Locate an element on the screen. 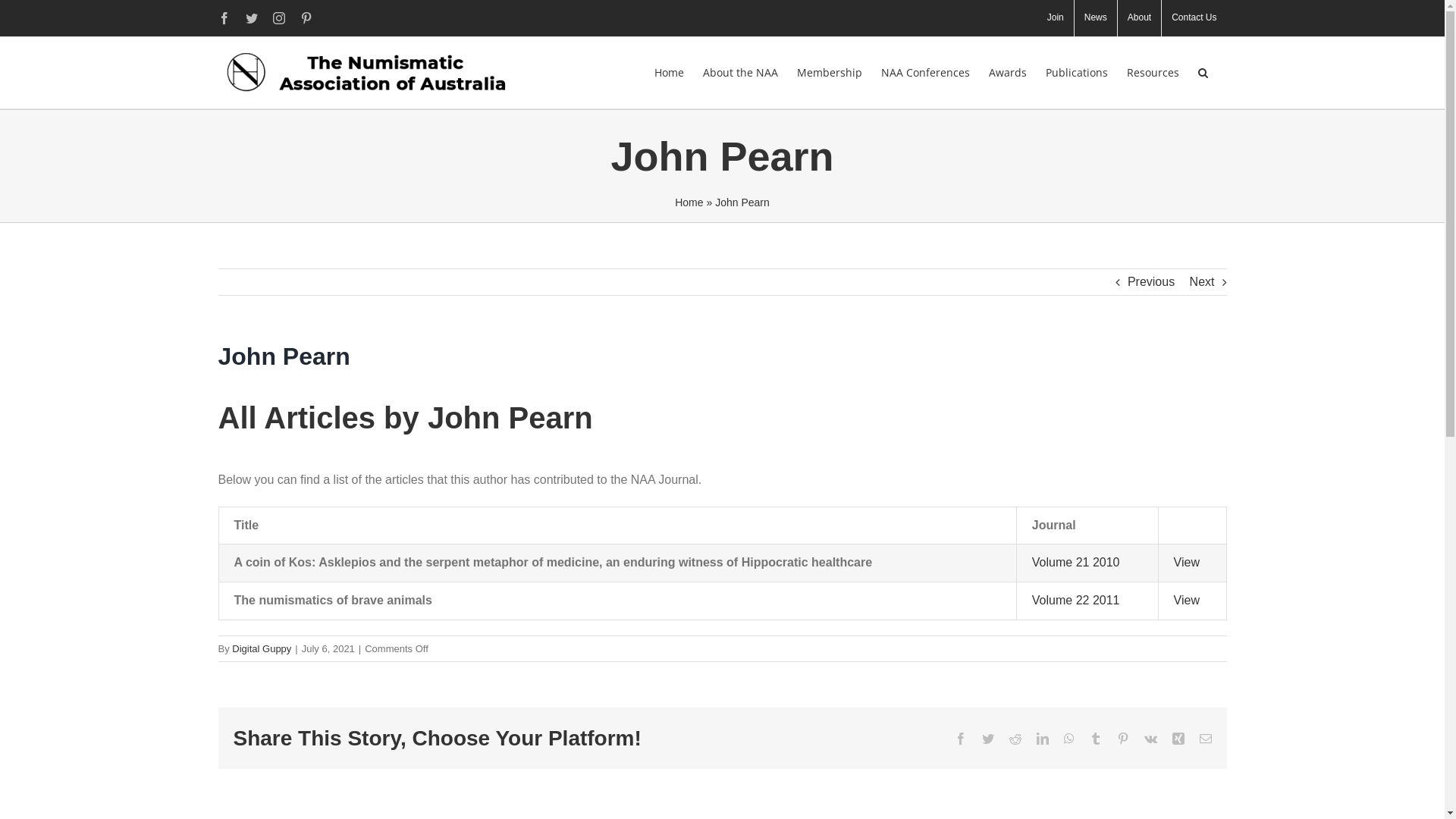 Image resolution: width=1456 pixels, height=819 pixels. 'About' is located at coordinates (1139, 17).